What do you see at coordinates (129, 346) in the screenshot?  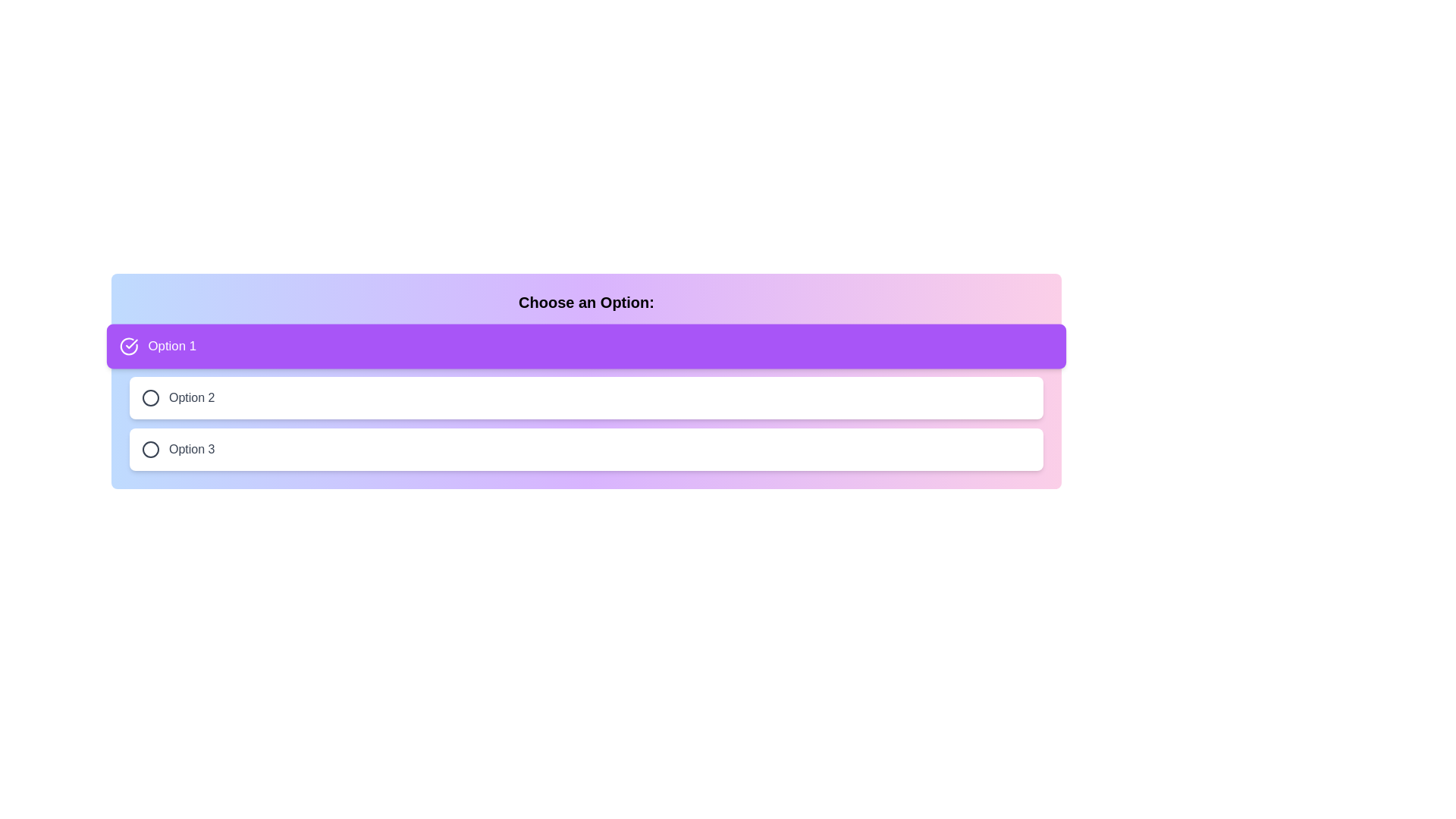 I see `the active state icon that indicates the selected option under the 'Choose an Option:' header` at bounding box center [129, 346].